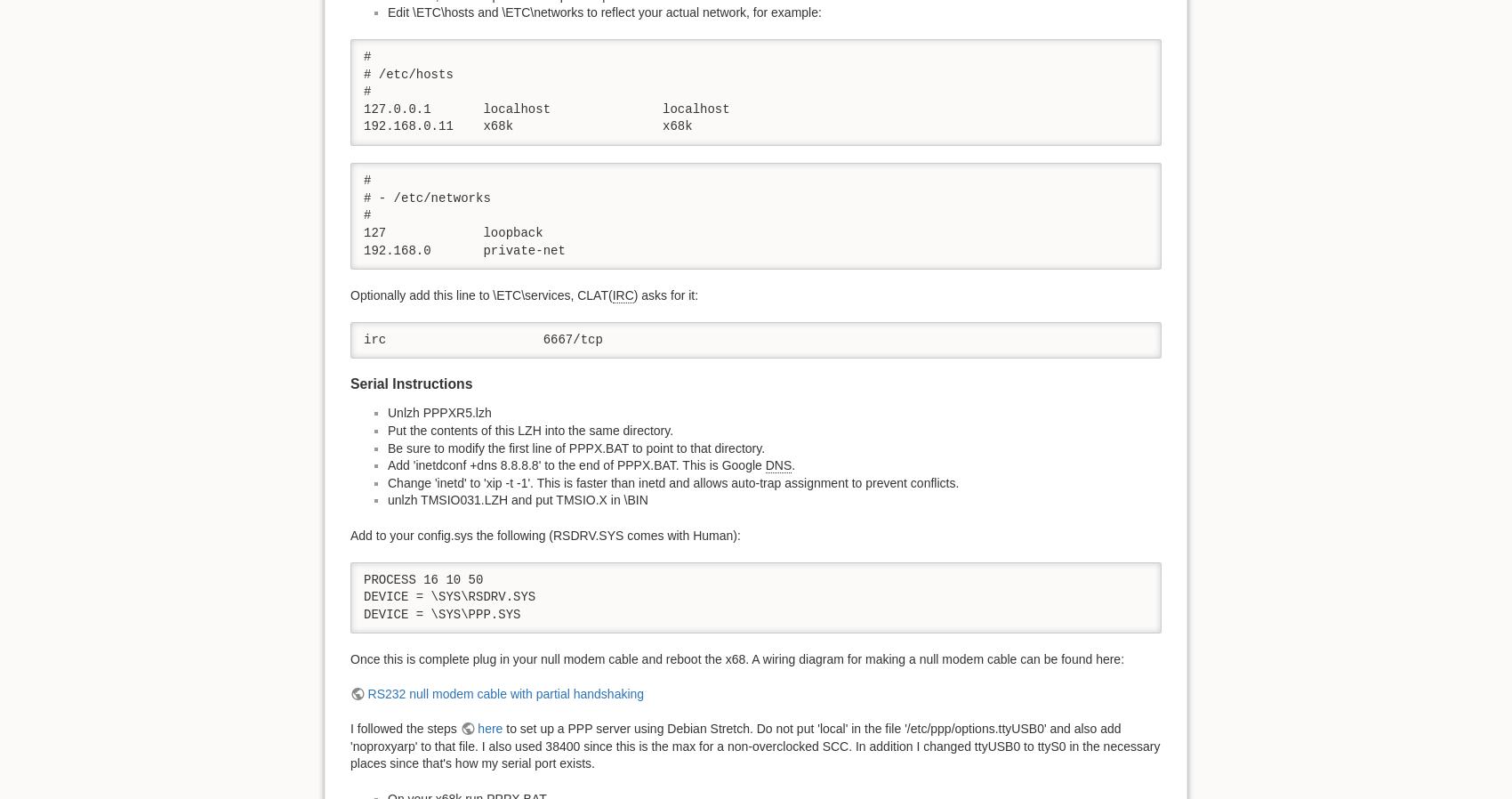  What do you see at coordinates (623, 295) in the screenshot?
I see `'IRC'` at bounding box center [623, 295].